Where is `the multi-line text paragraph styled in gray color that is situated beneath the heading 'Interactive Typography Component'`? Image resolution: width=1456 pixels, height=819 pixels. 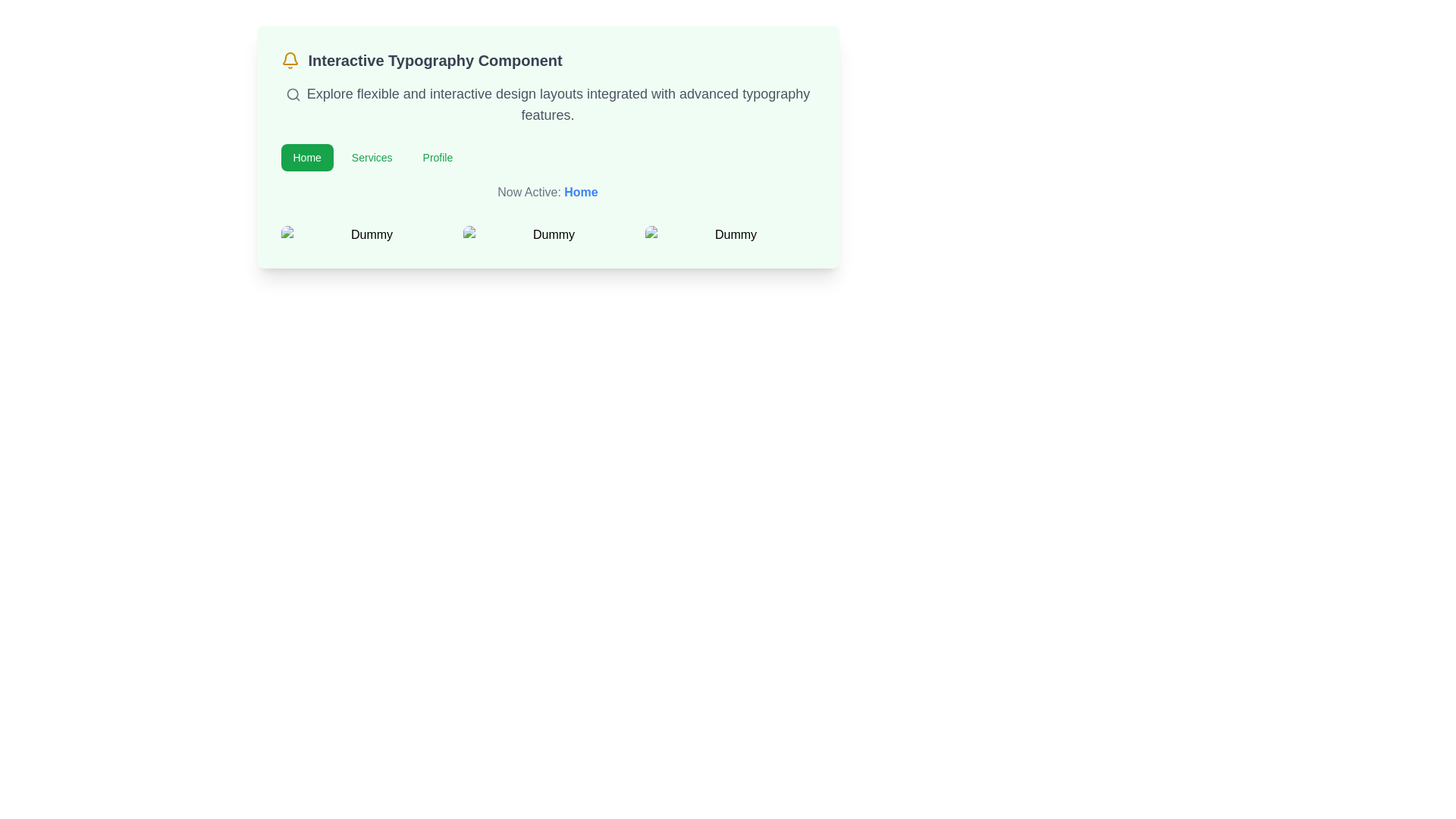 the multi-line text paragraph styled in gray color that is situated beneath the heading 'Interactive Typography Component' is located at coordinates (547, 104).